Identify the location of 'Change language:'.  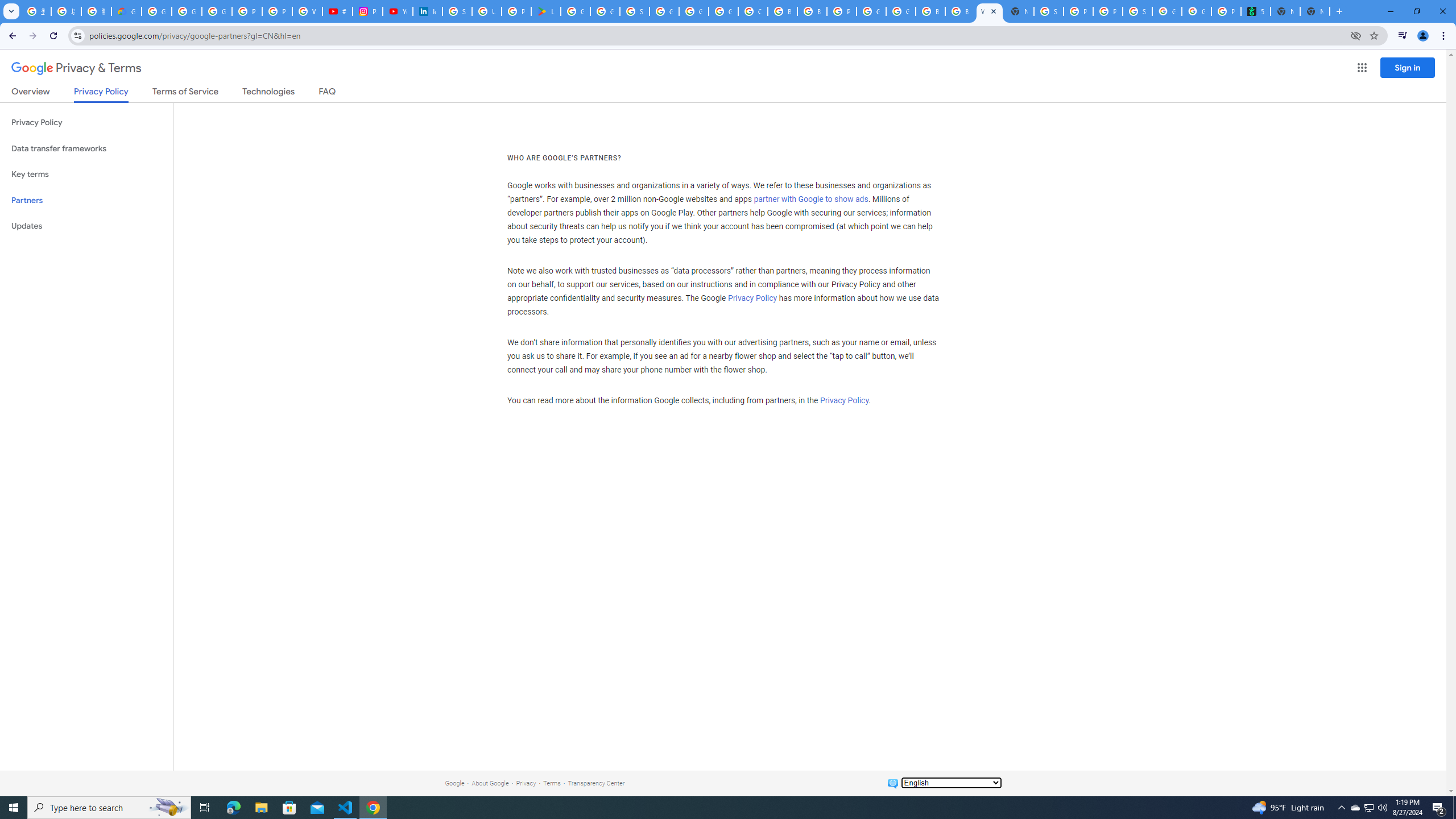
(950, 781).